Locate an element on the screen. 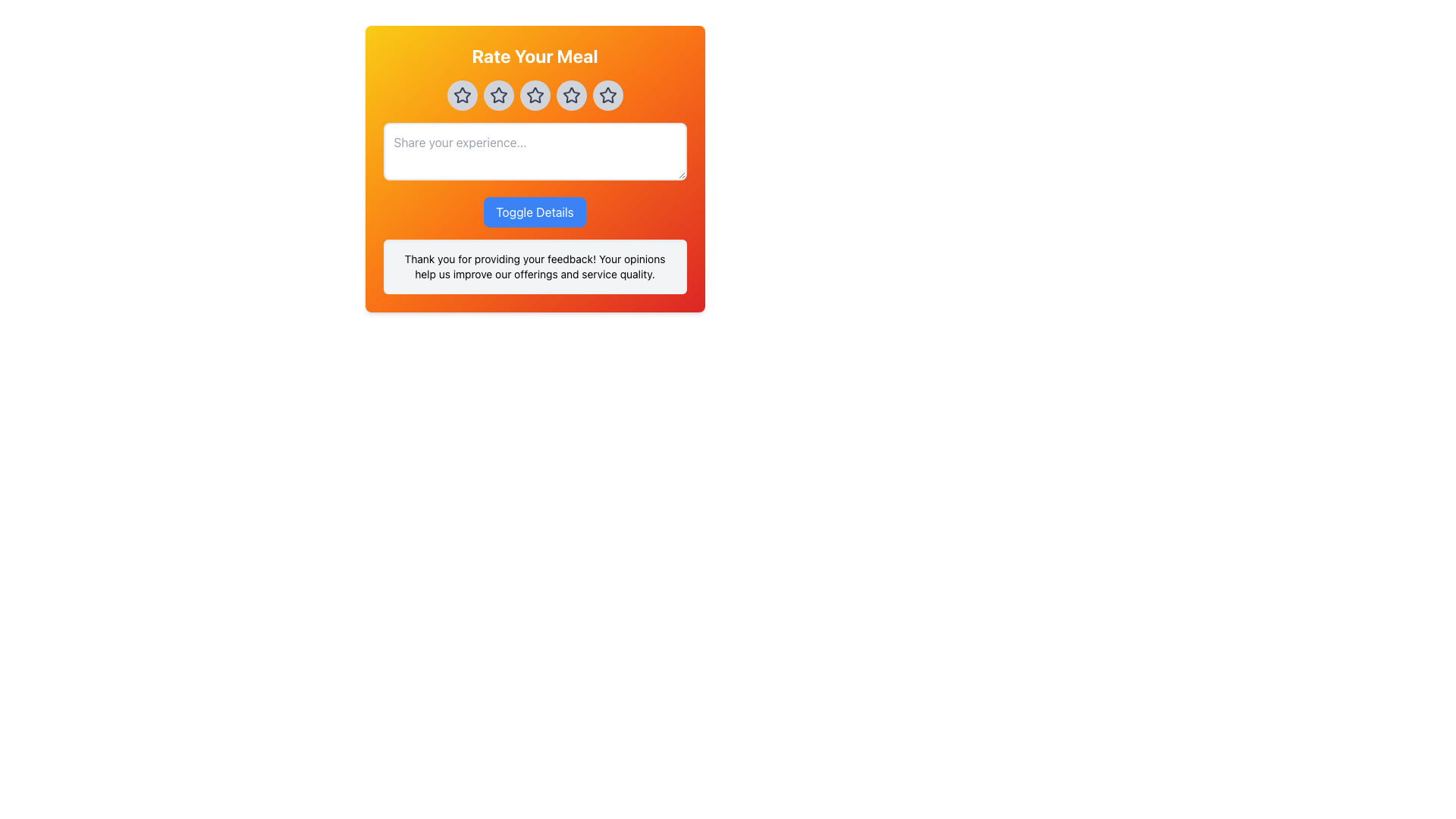  the star icon in the Rating Component (Stars) is located at coordinates (535, 96).